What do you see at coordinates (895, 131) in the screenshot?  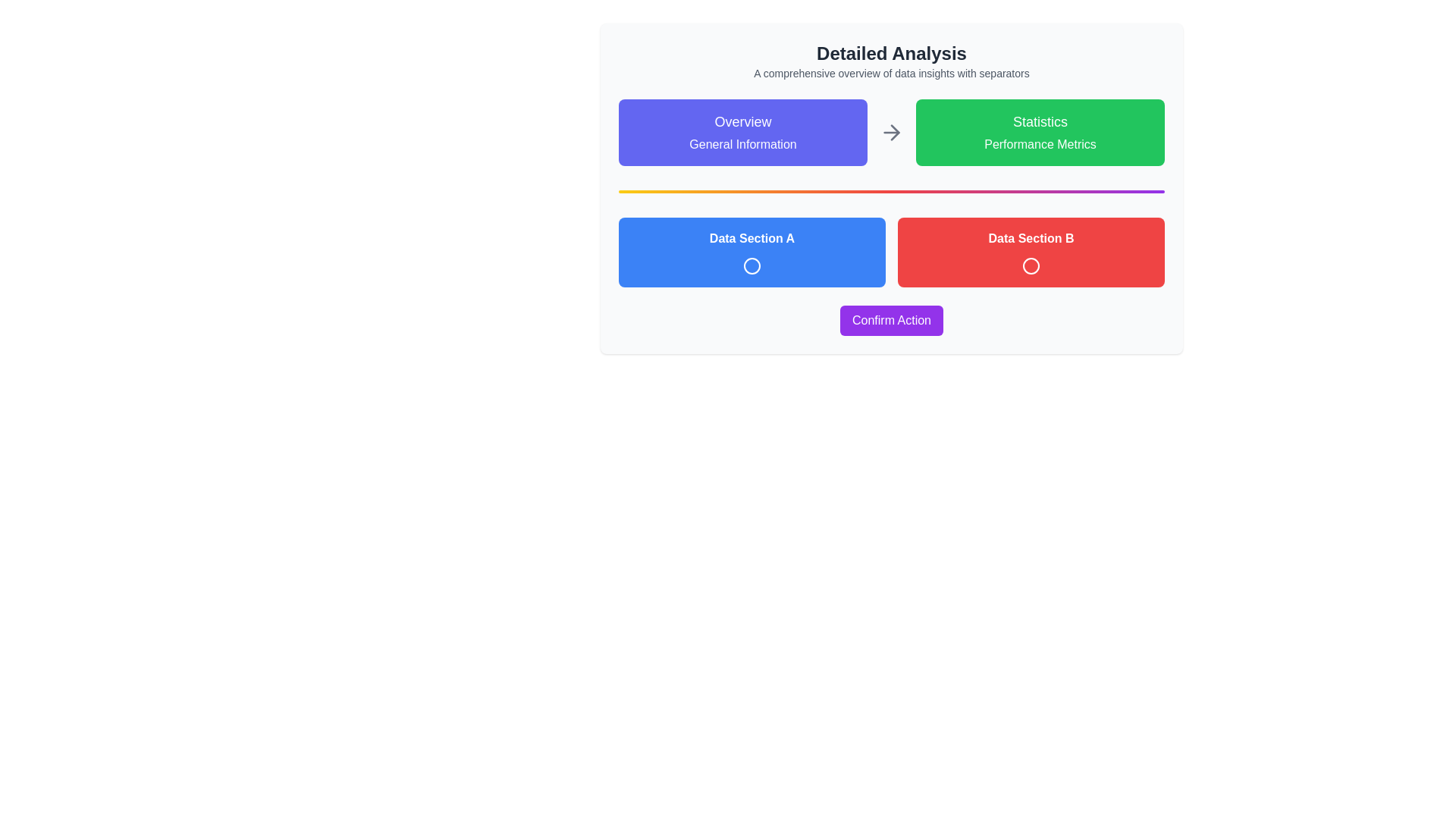 I see `the rightward-pointing arrow icon that signifies navigation from the 'Overview' section to the 'Statistics' section` at bounding box center [895, 131].